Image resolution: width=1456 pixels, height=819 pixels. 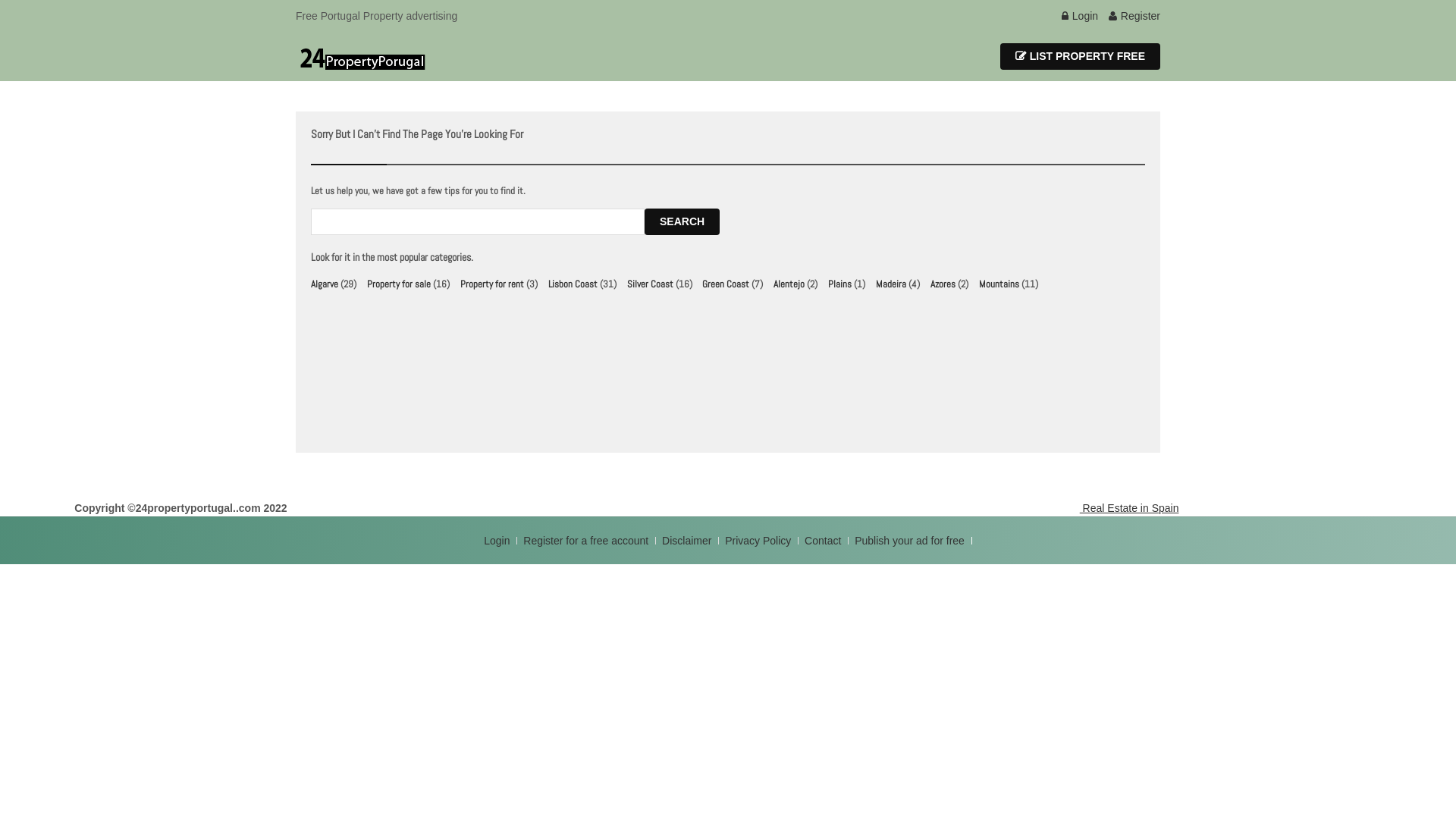 What do you see at coordinates (681, 221) in the screenshot?
I see `'SEARCH'` at bounding box center [681, 221].